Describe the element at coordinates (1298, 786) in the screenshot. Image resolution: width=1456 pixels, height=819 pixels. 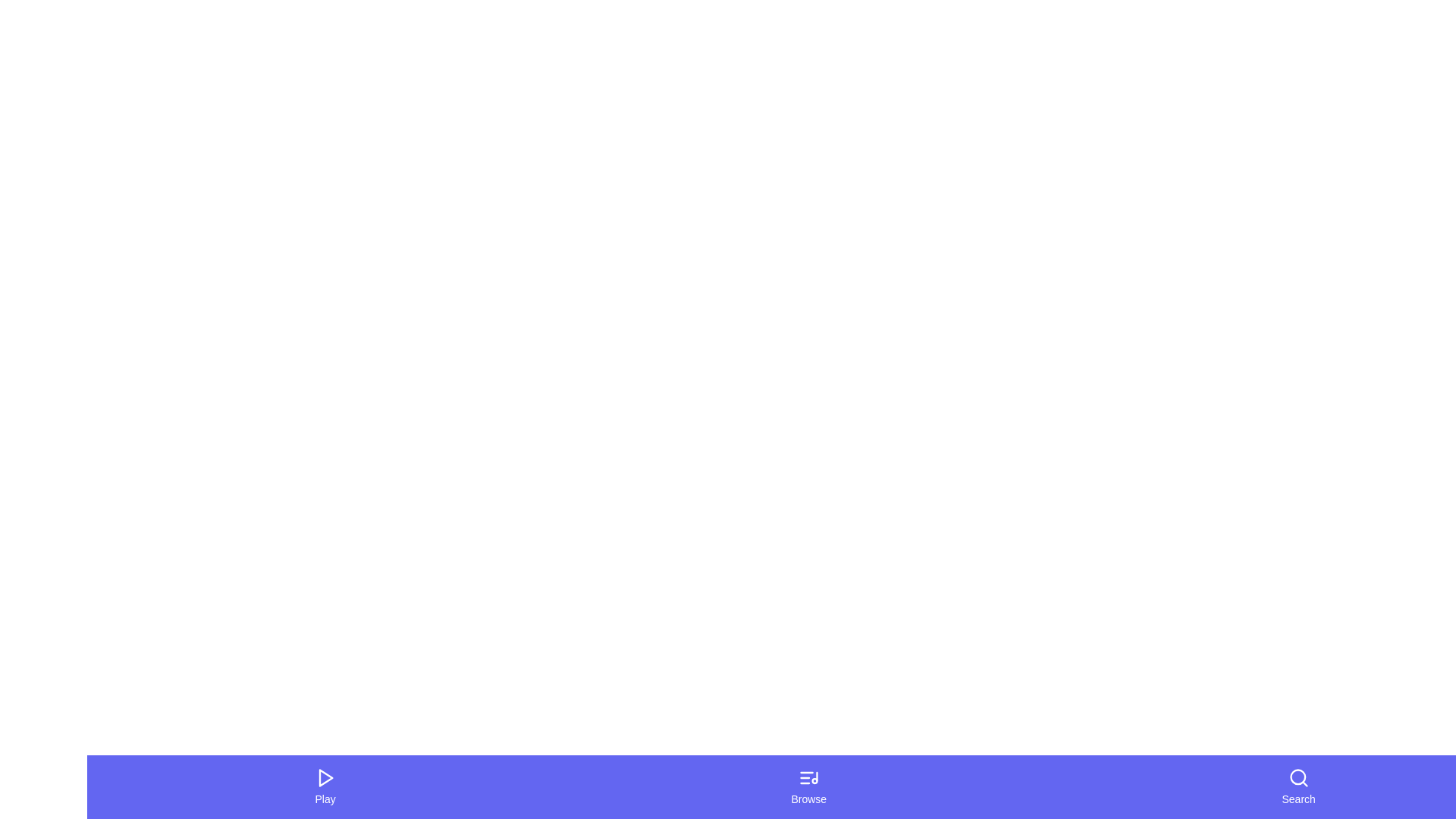
I see `the Search tab to activate it` at that location.